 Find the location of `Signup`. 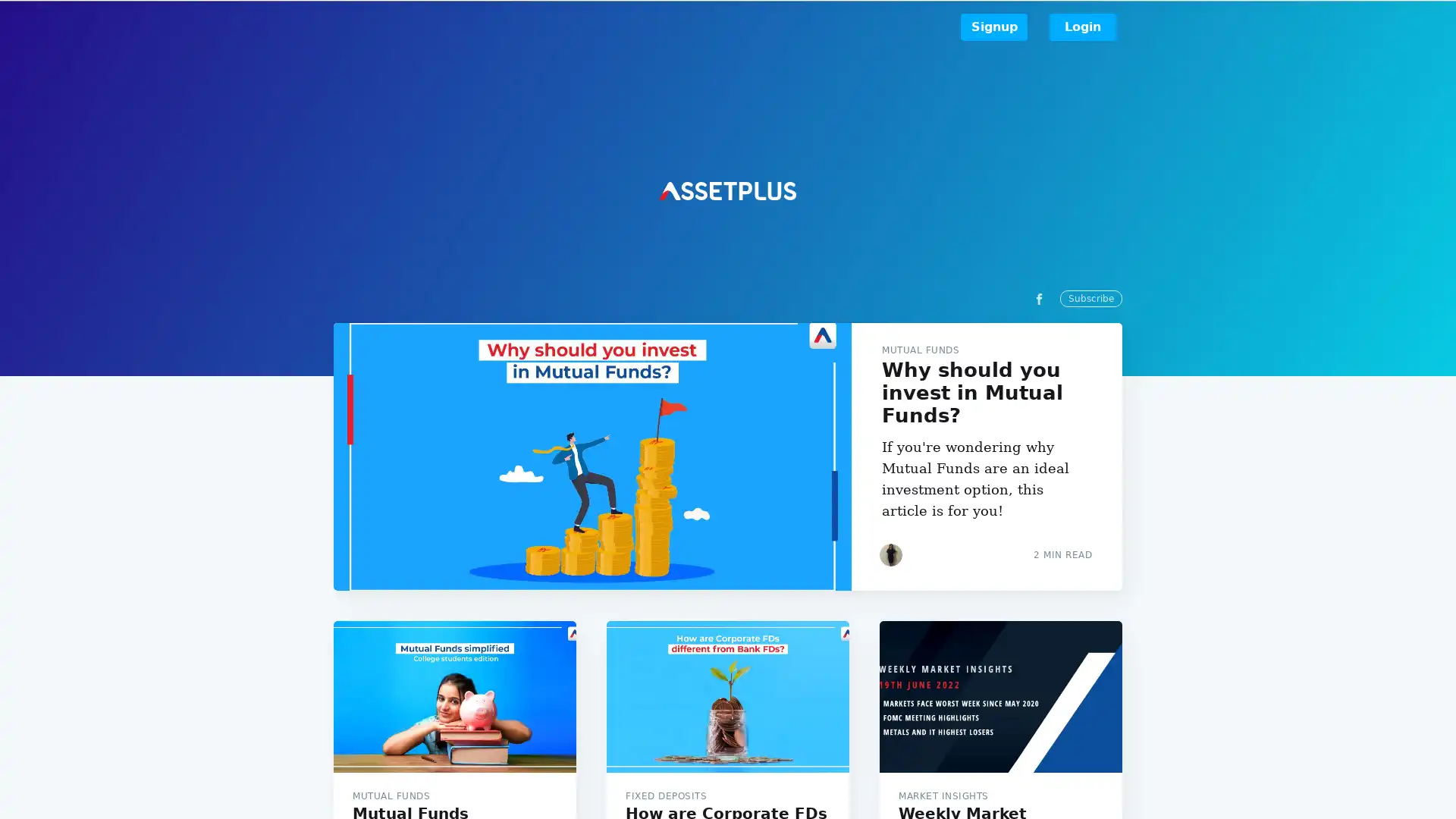

Signup is located at coordinates (993, 27).